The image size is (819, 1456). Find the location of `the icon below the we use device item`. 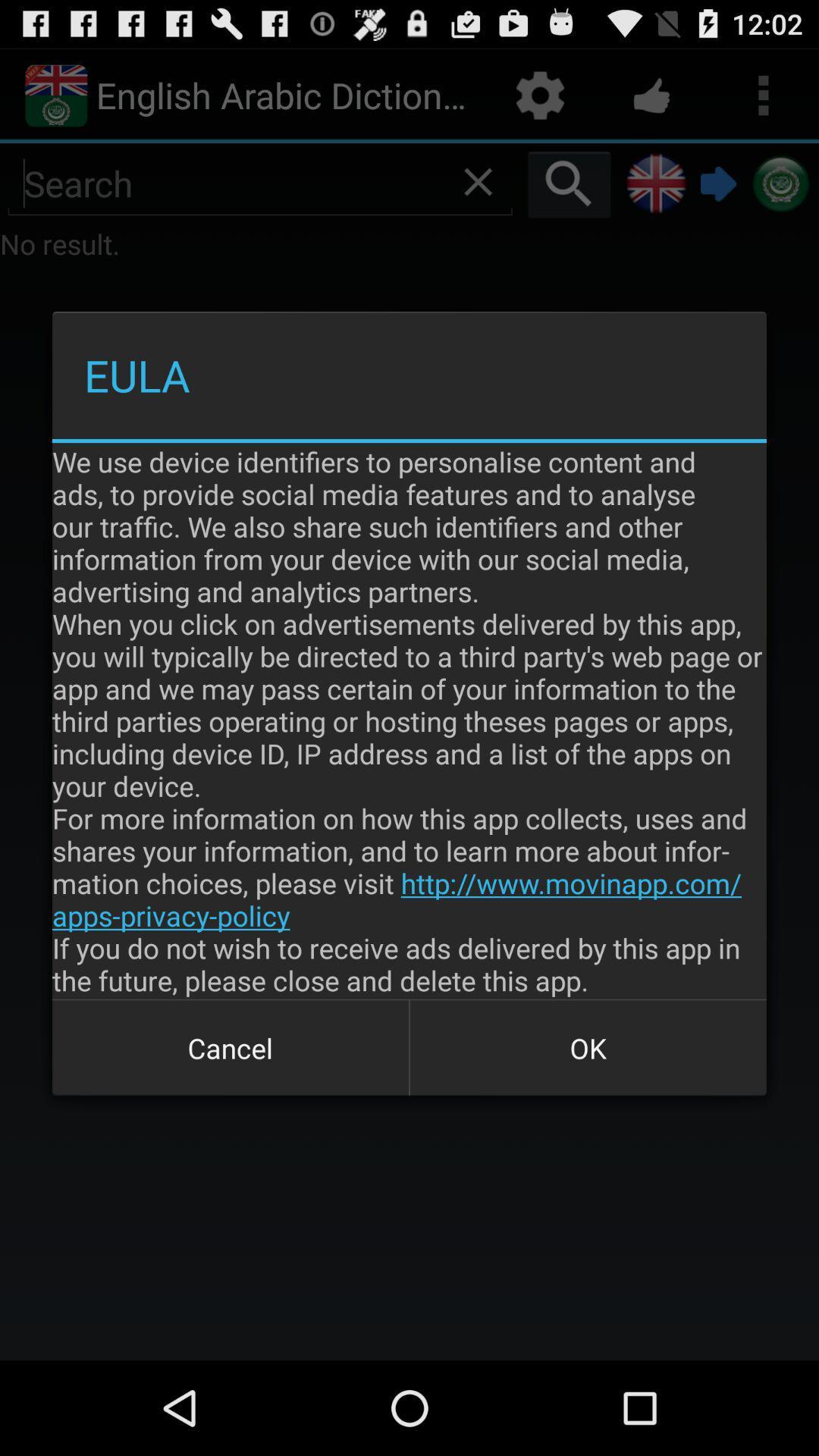

the icon below the we use device item is located at coordinates (587, 1047).